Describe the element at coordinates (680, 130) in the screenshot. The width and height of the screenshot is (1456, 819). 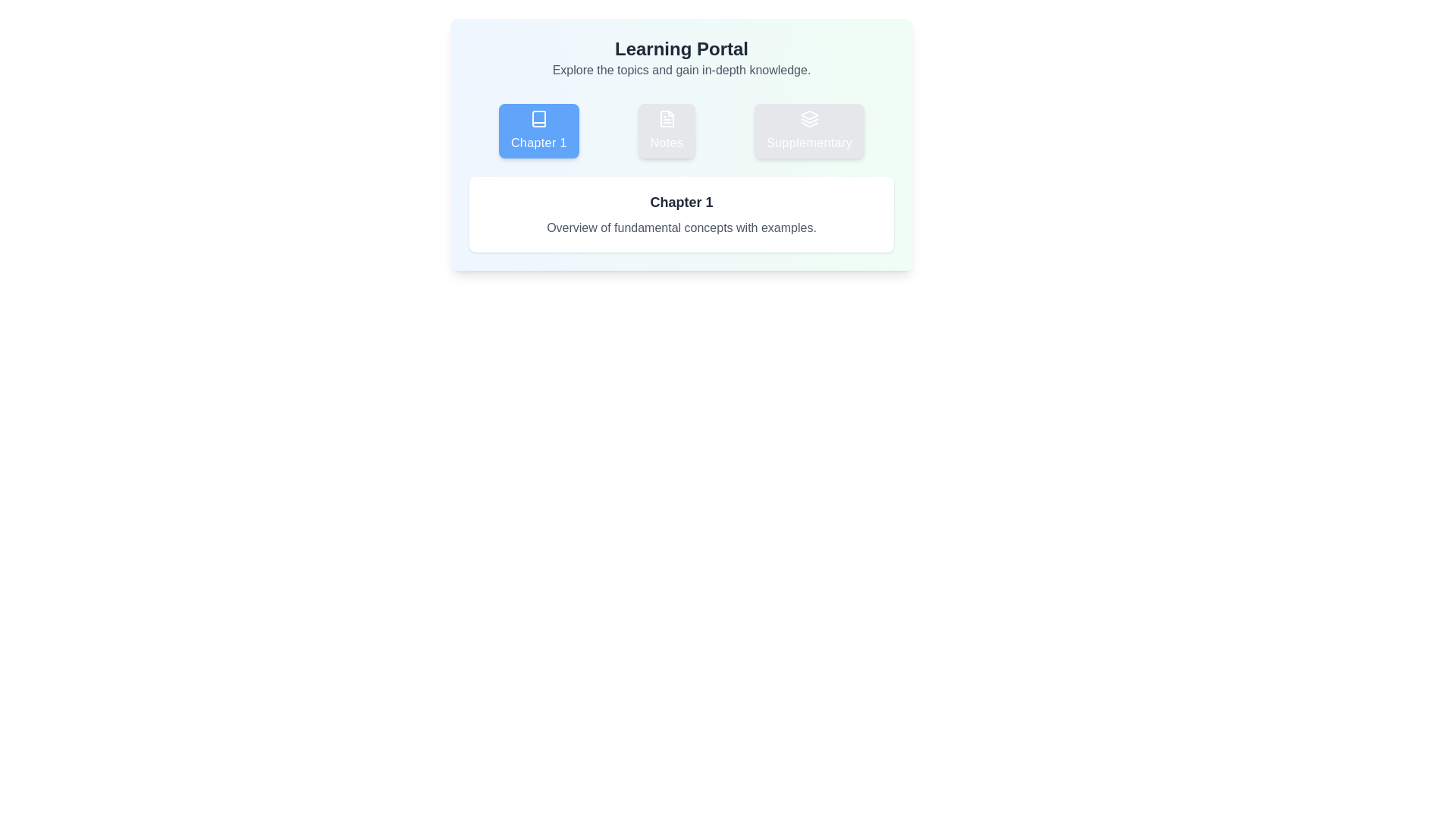
I see `the 'Notes' button positioned between the 'Chapter 1' button and the 'Supplementary' button` at that location.